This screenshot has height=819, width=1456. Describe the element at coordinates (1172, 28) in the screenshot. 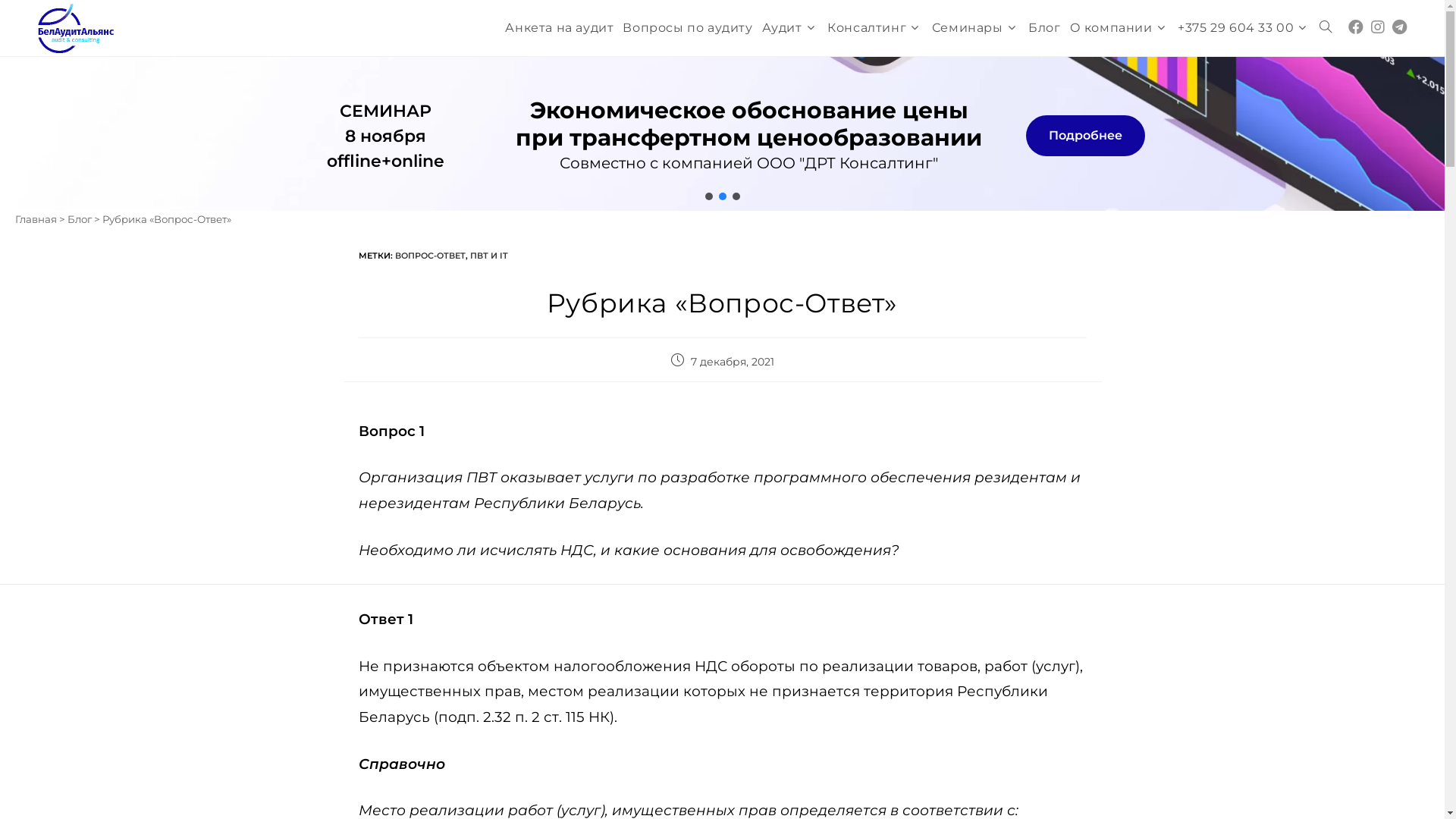

I see `'+375 29 604 33 00'` at that location.